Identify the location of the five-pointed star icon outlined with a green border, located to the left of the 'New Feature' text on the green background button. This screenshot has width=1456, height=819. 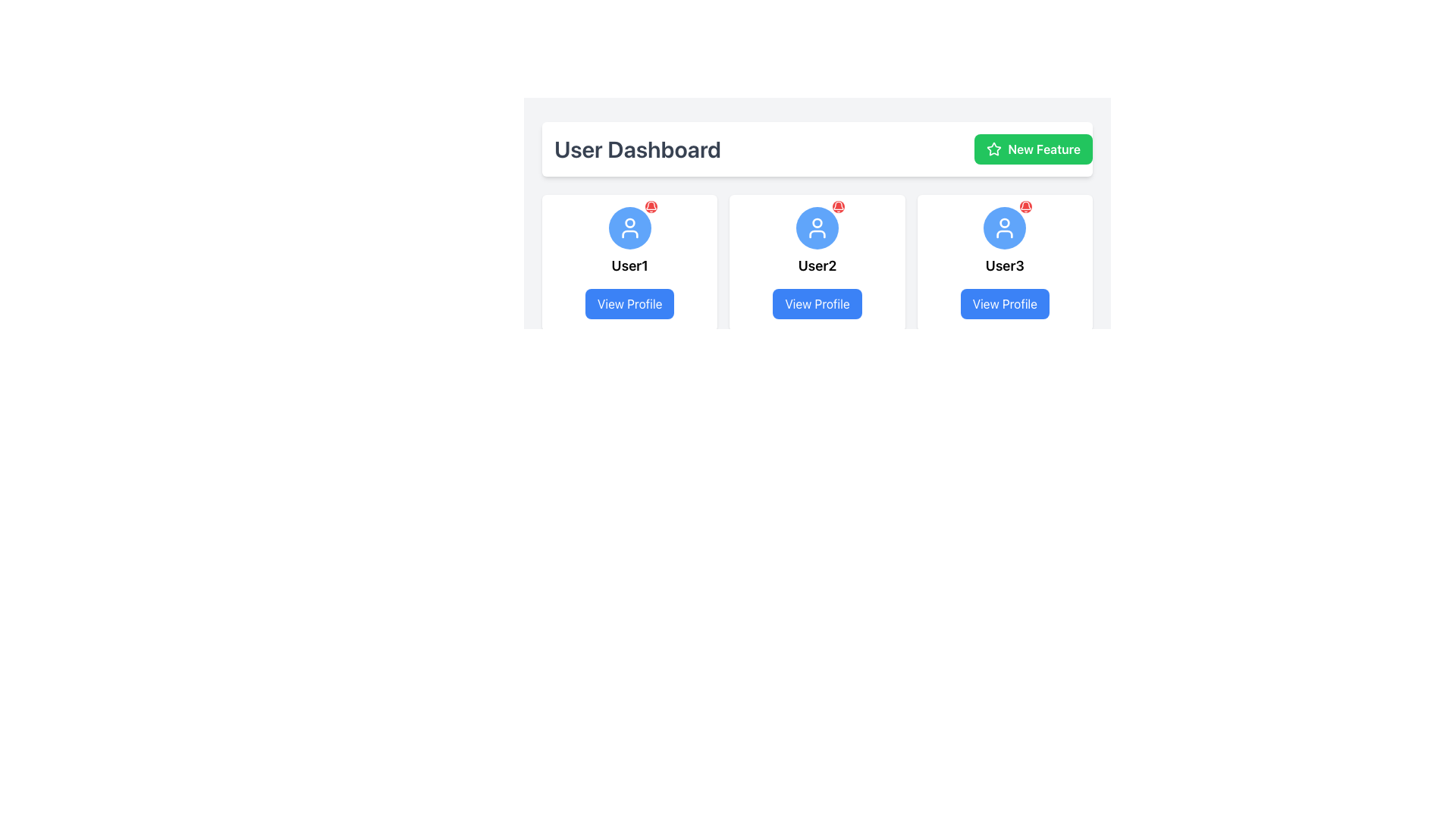
(994, 149).